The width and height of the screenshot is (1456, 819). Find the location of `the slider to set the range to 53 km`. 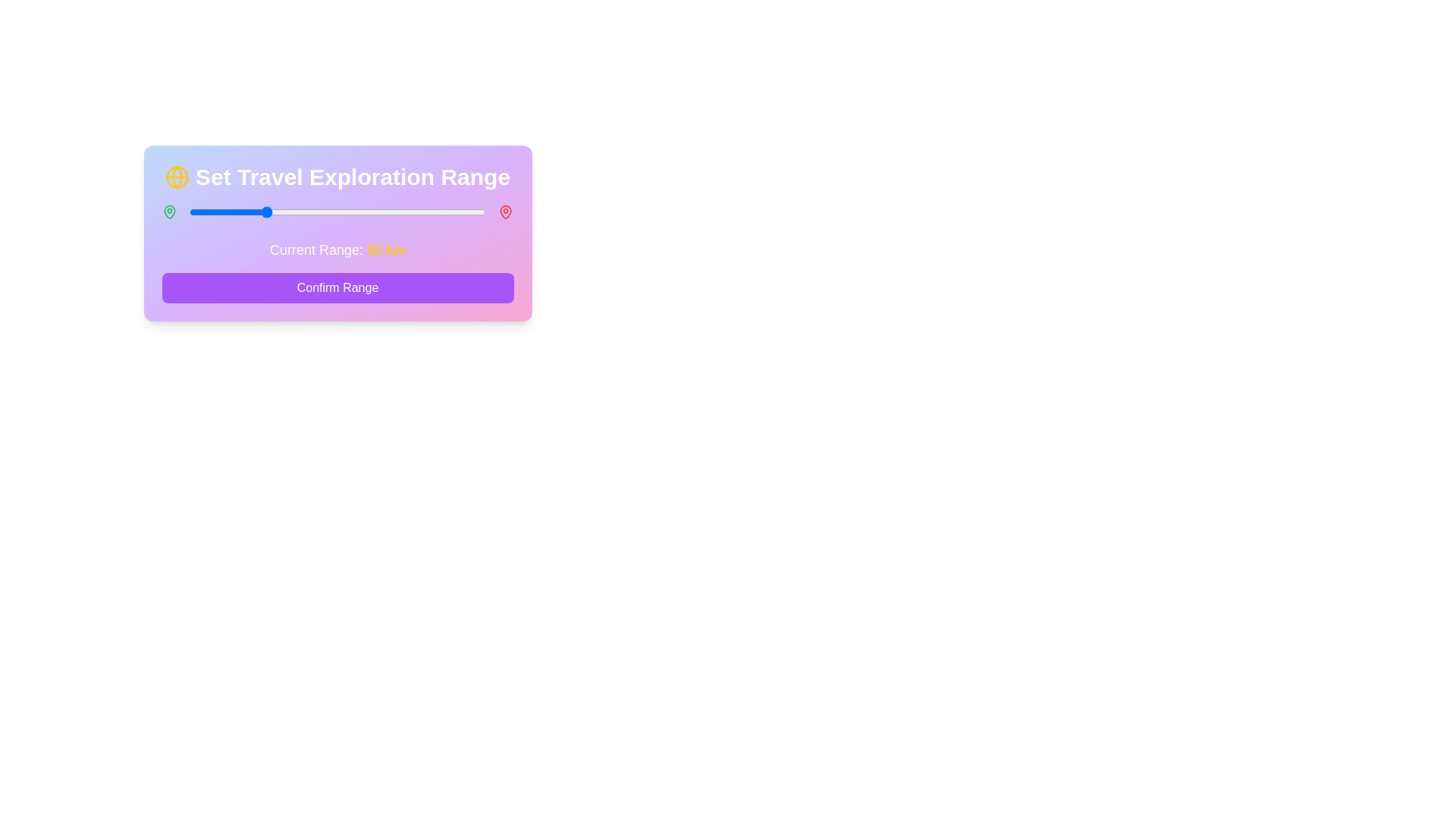

the slider to set the range to 53 km is located at coordinates (268, 212).